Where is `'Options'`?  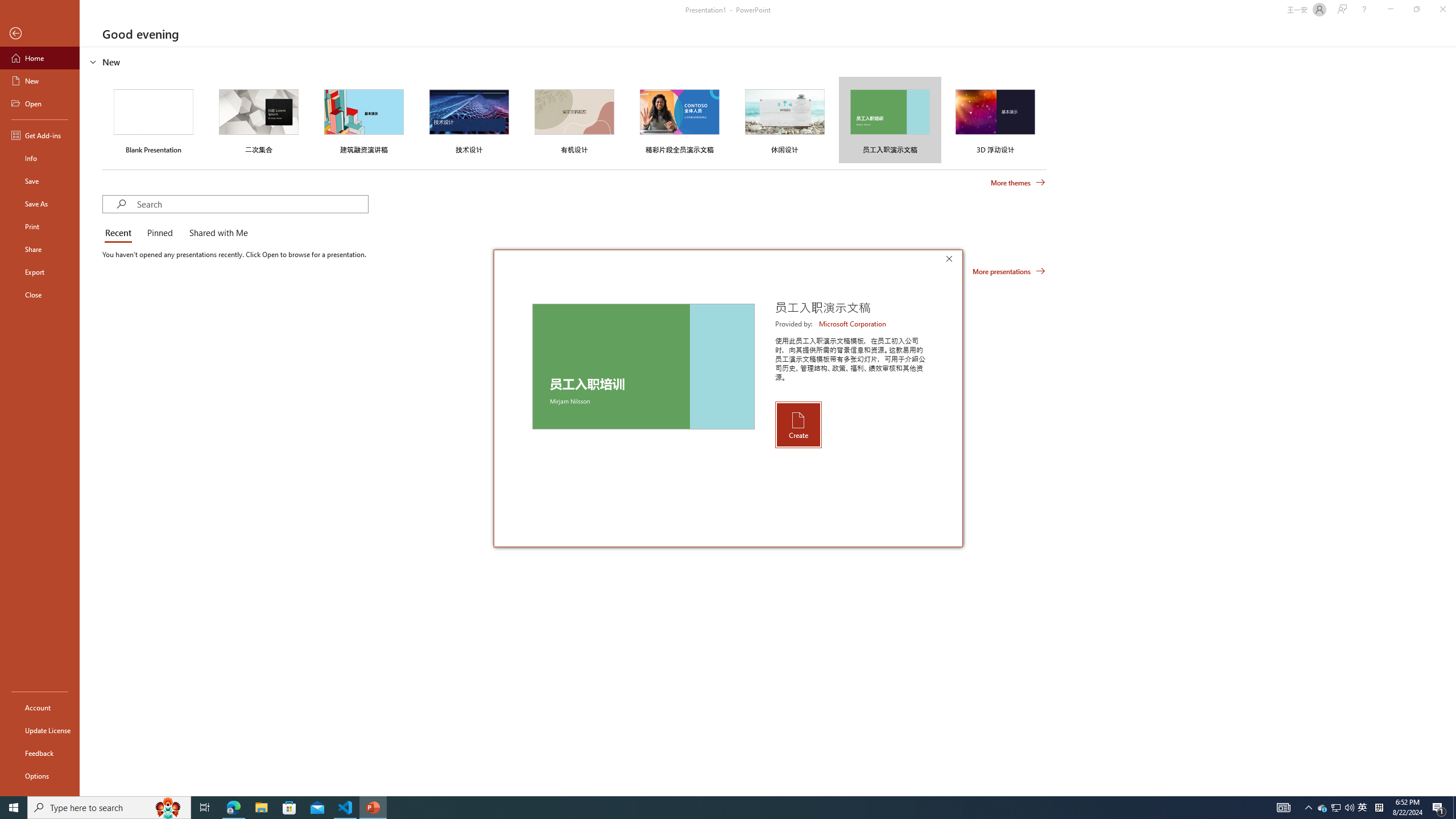 'Options' is located at coordinates (39, 775).